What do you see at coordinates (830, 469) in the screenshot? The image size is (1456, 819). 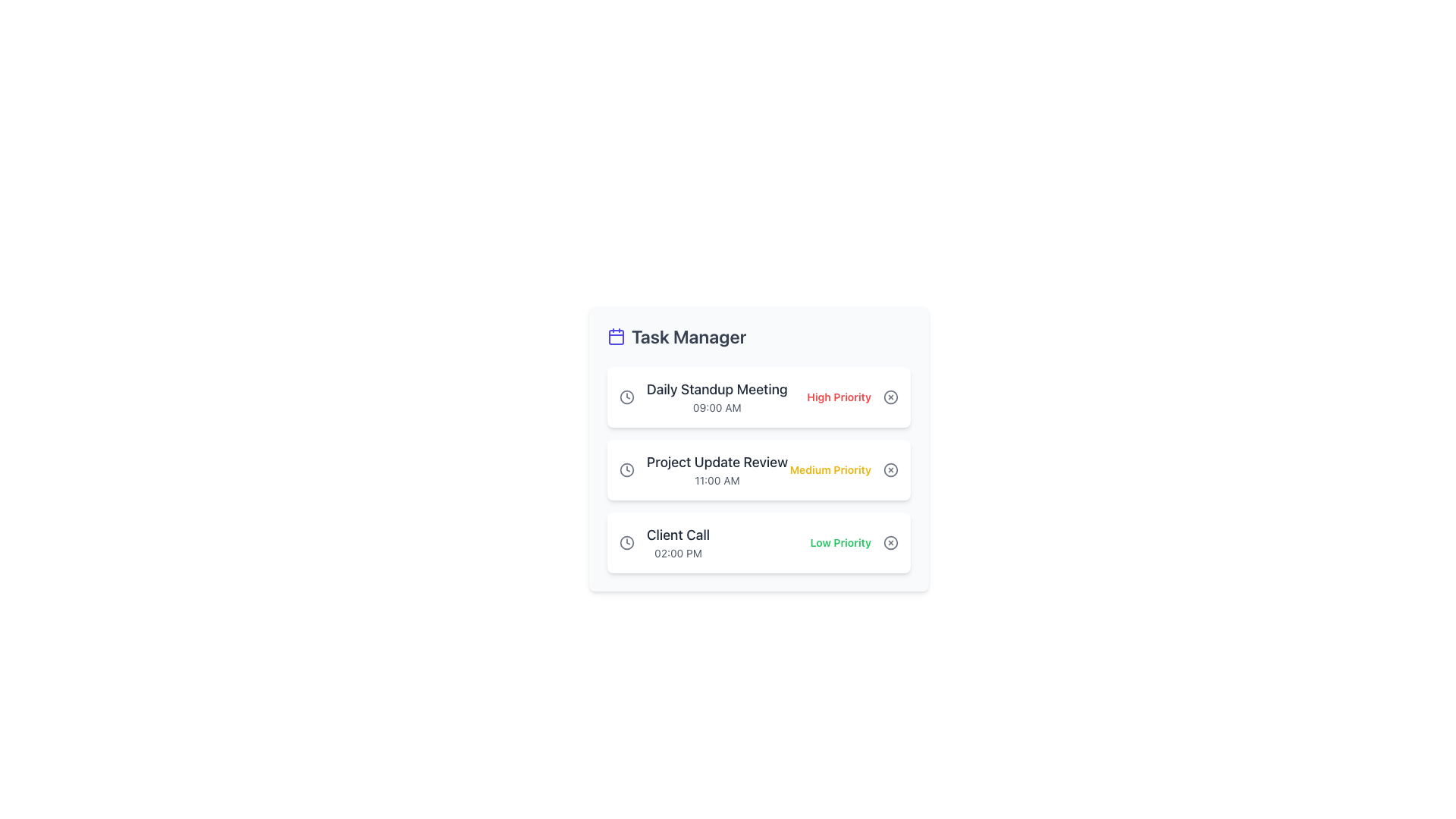 I see `the medium urgency Text label located to the right of the task title 'Project Update Review' in the task management interface` at bounding box center [830, 469].